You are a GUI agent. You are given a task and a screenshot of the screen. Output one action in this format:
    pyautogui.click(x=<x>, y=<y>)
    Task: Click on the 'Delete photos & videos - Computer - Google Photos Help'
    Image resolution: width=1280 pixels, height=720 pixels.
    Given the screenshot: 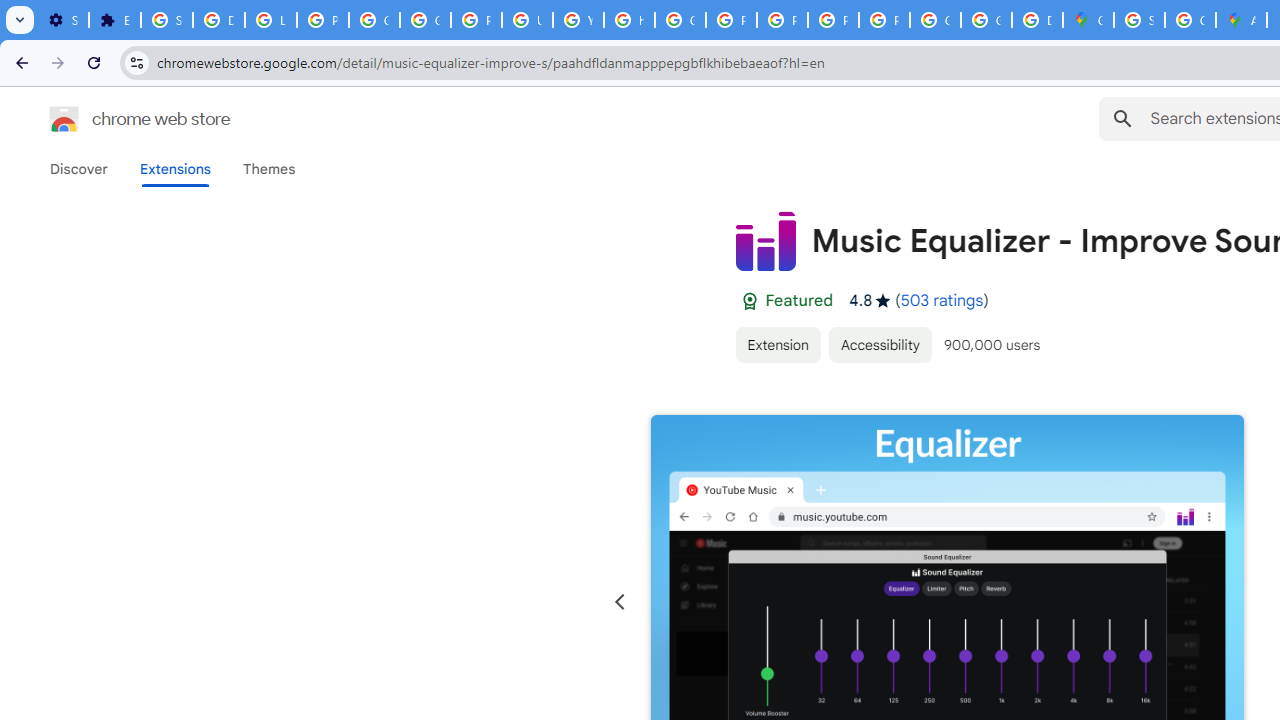 What is the action you would take?
    pyautogui.click(x=218, y=20)
    